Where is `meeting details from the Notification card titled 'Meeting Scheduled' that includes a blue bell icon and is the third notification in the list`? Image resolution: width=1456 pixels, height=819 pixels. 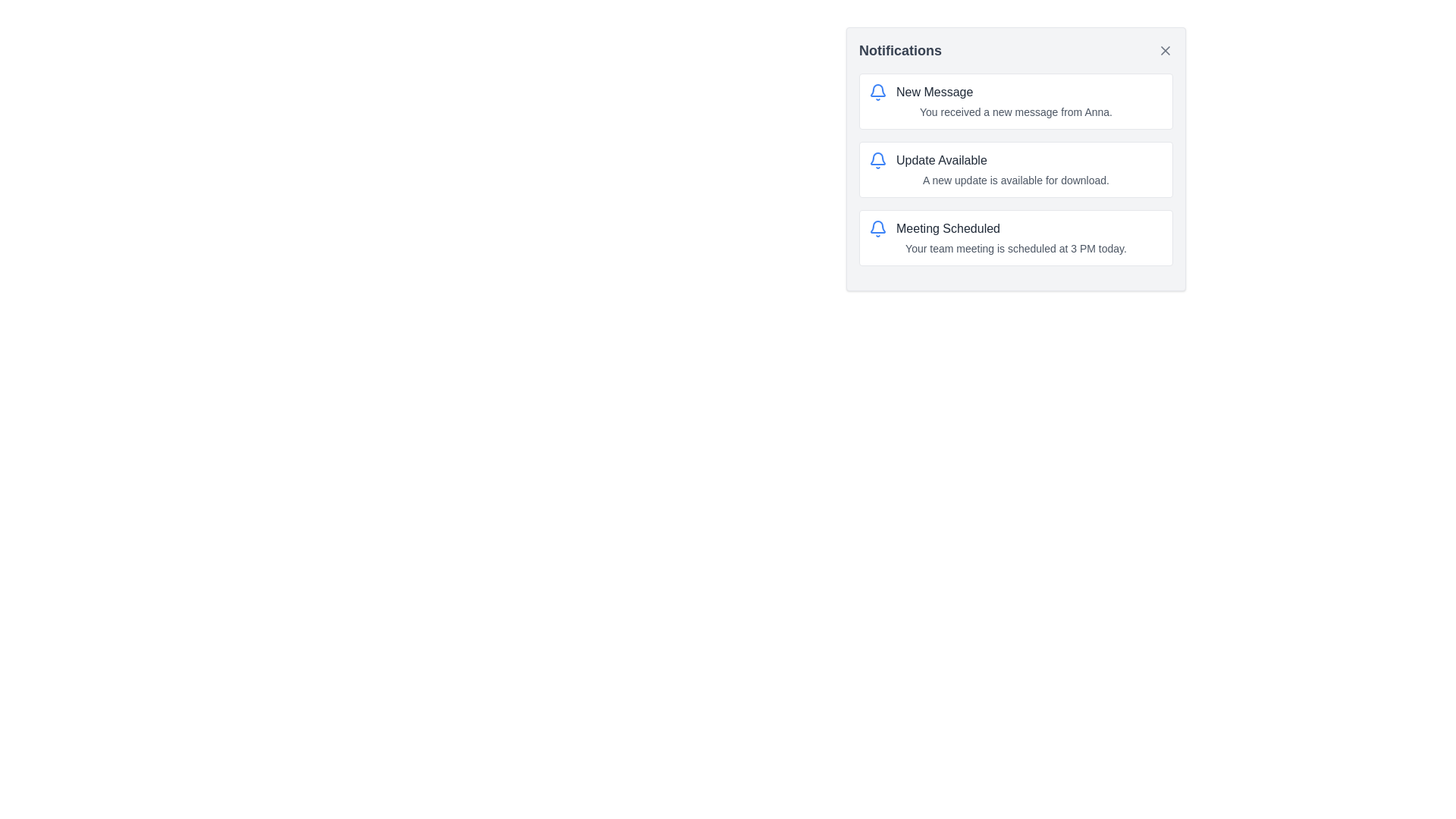
meeting details from the Notification card titled 'Meeting Scheduled' that includes a blue bell icon and is the third notification in the list is located at coordinates (1015, 237).